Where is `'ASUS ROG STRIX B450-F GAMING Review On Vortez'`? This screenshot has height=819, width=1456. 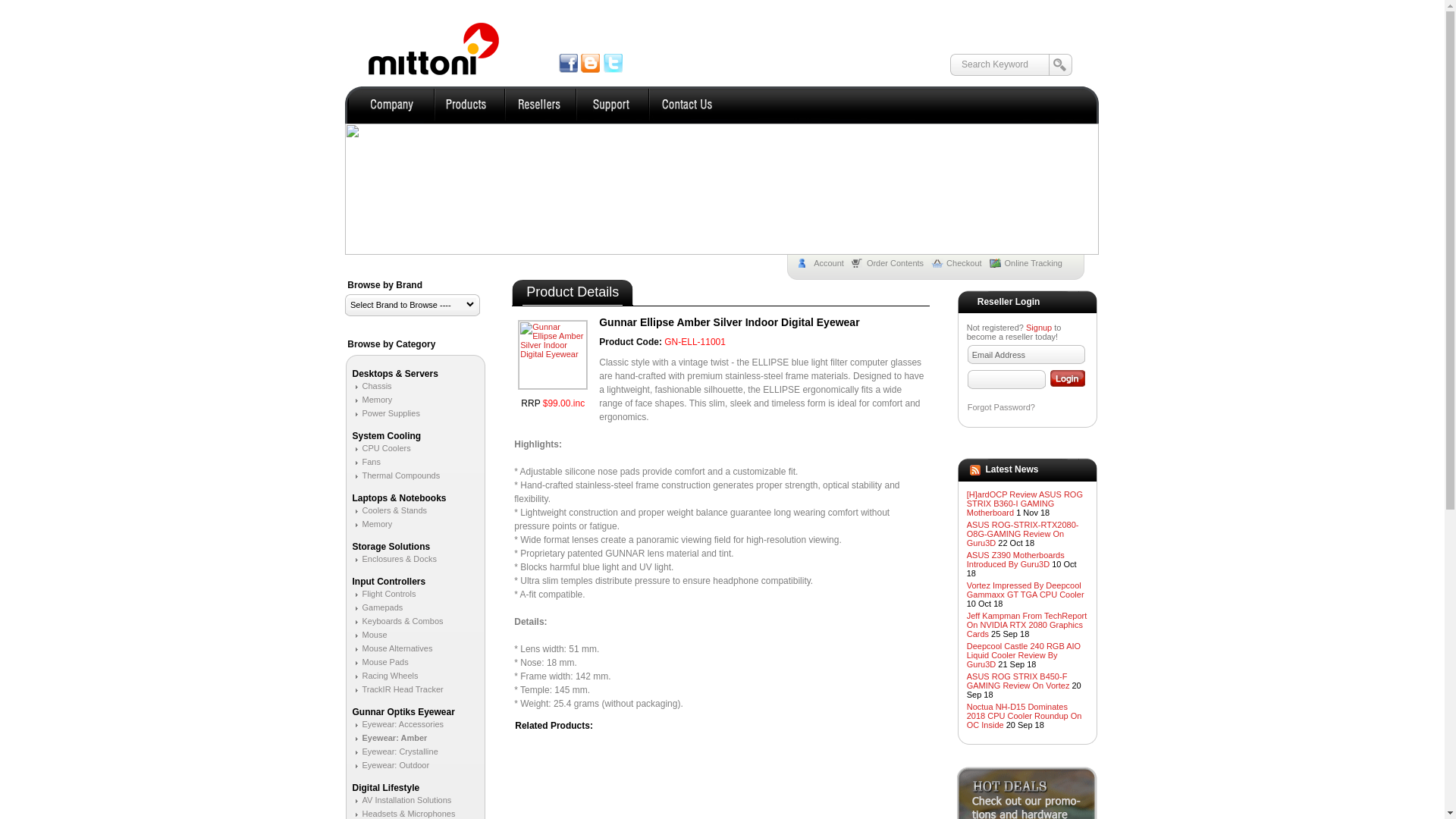 'ASUS ROG STRIX B450-F GAMING Review On Vortez' is located at coordinates (1018, 680).